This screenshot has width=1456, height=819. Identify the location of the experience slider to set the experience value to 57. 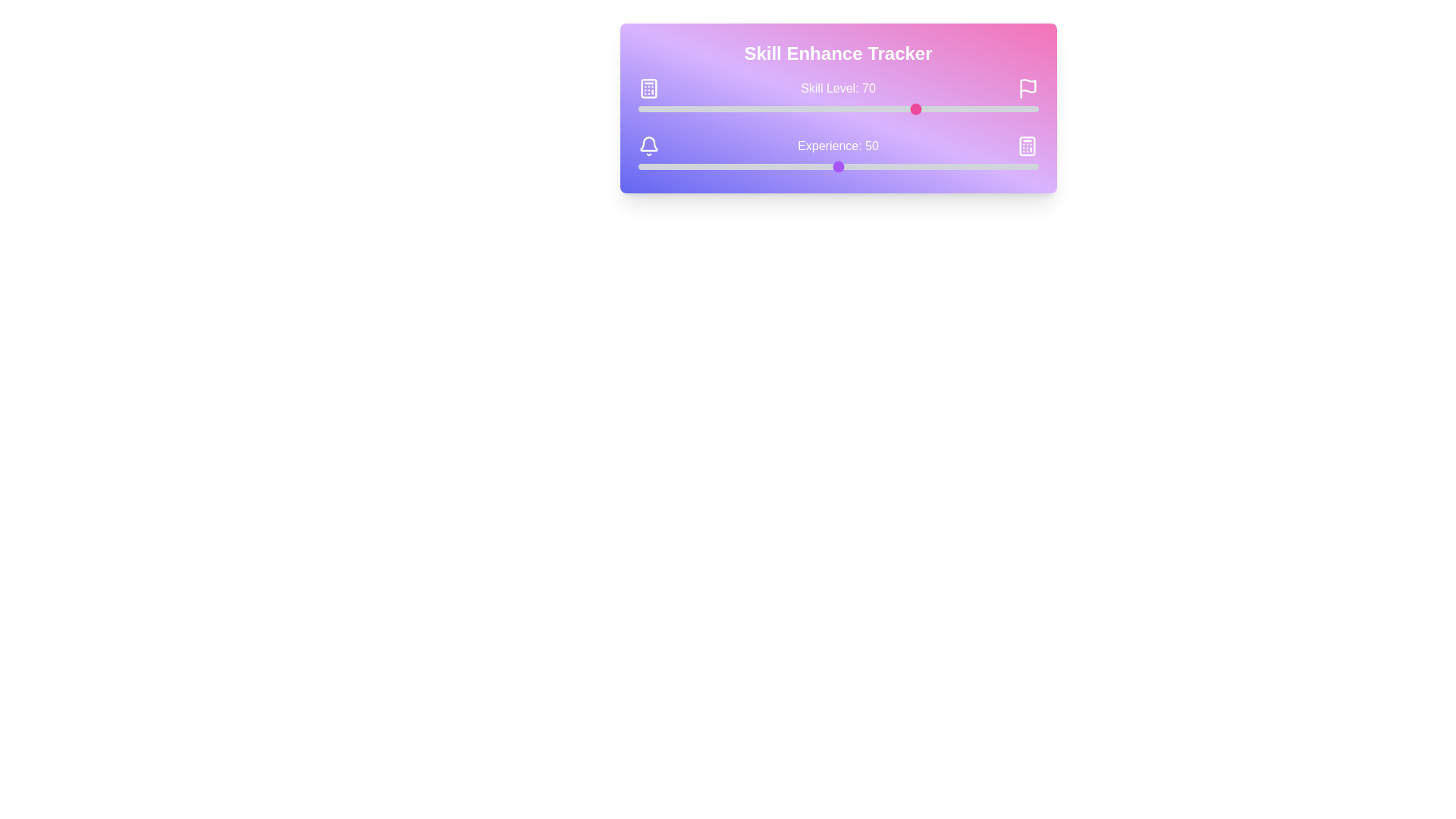
(866, 166).